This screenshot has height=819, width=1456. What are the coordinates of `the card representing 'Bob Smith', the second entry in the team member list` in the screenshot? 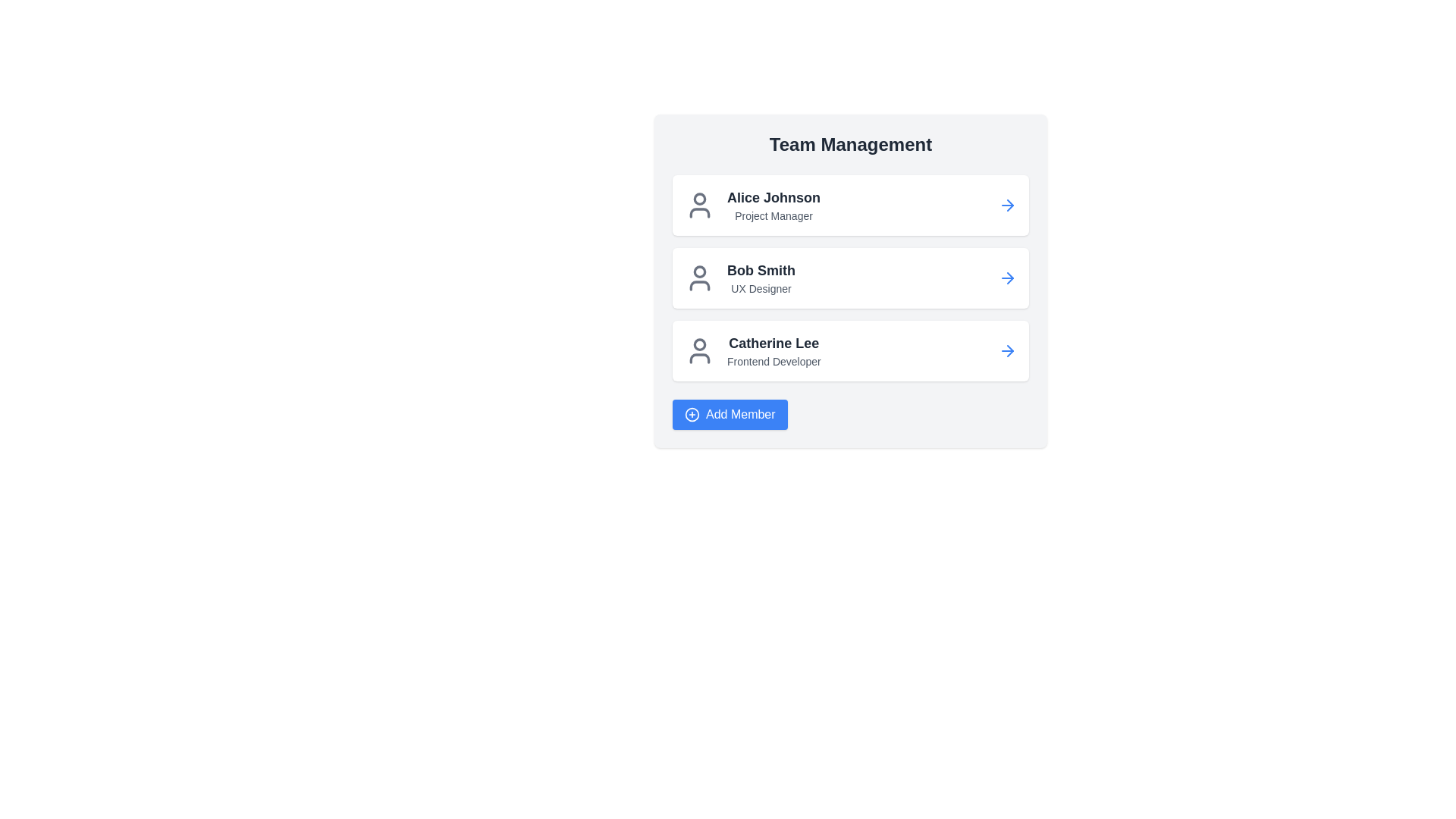 It's located at (851, 278).